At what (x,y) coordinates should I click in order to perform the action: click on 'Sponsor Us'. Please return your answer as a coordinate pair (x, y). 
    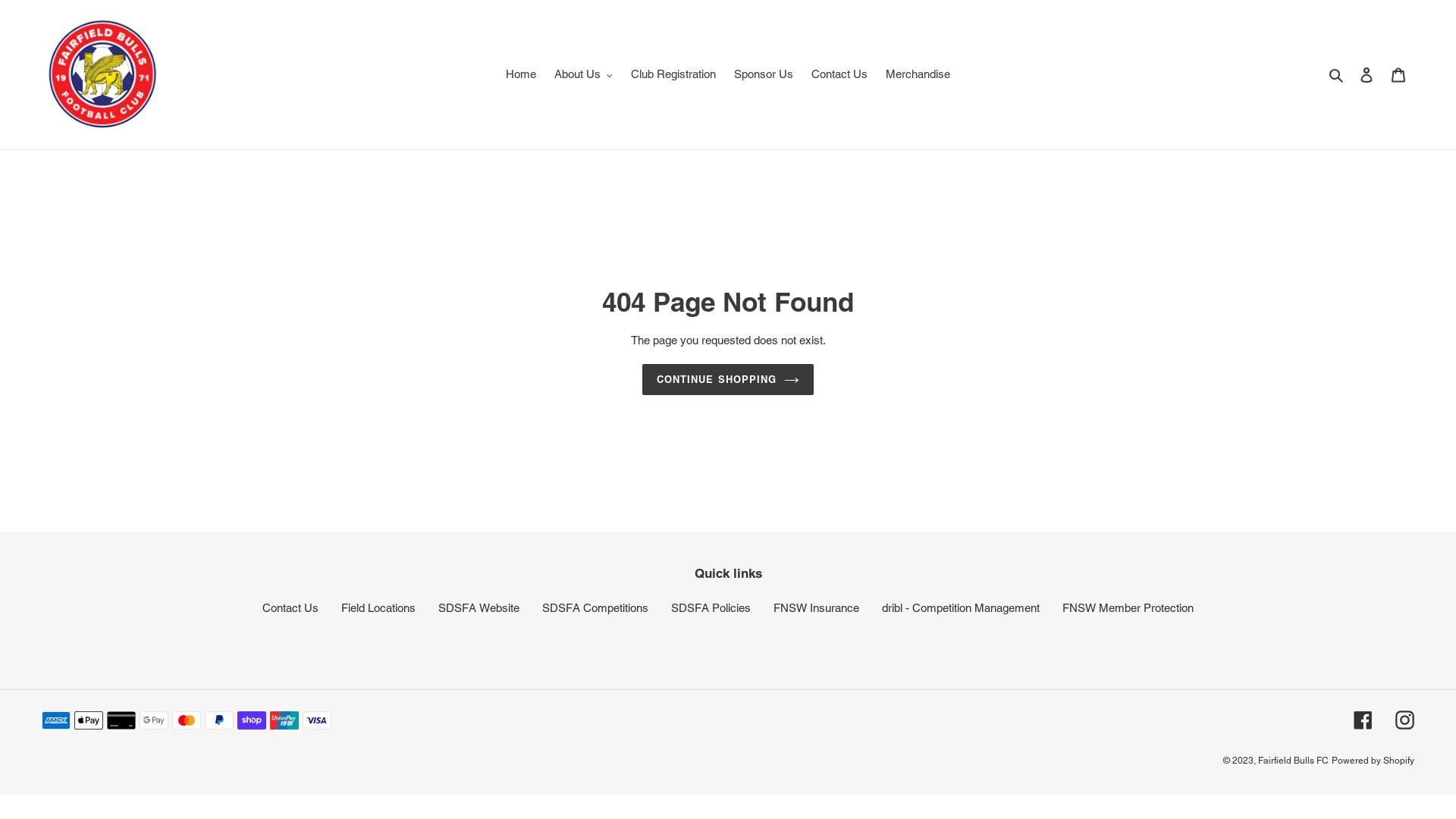
    Looking at the image, I should click on (726, 74).